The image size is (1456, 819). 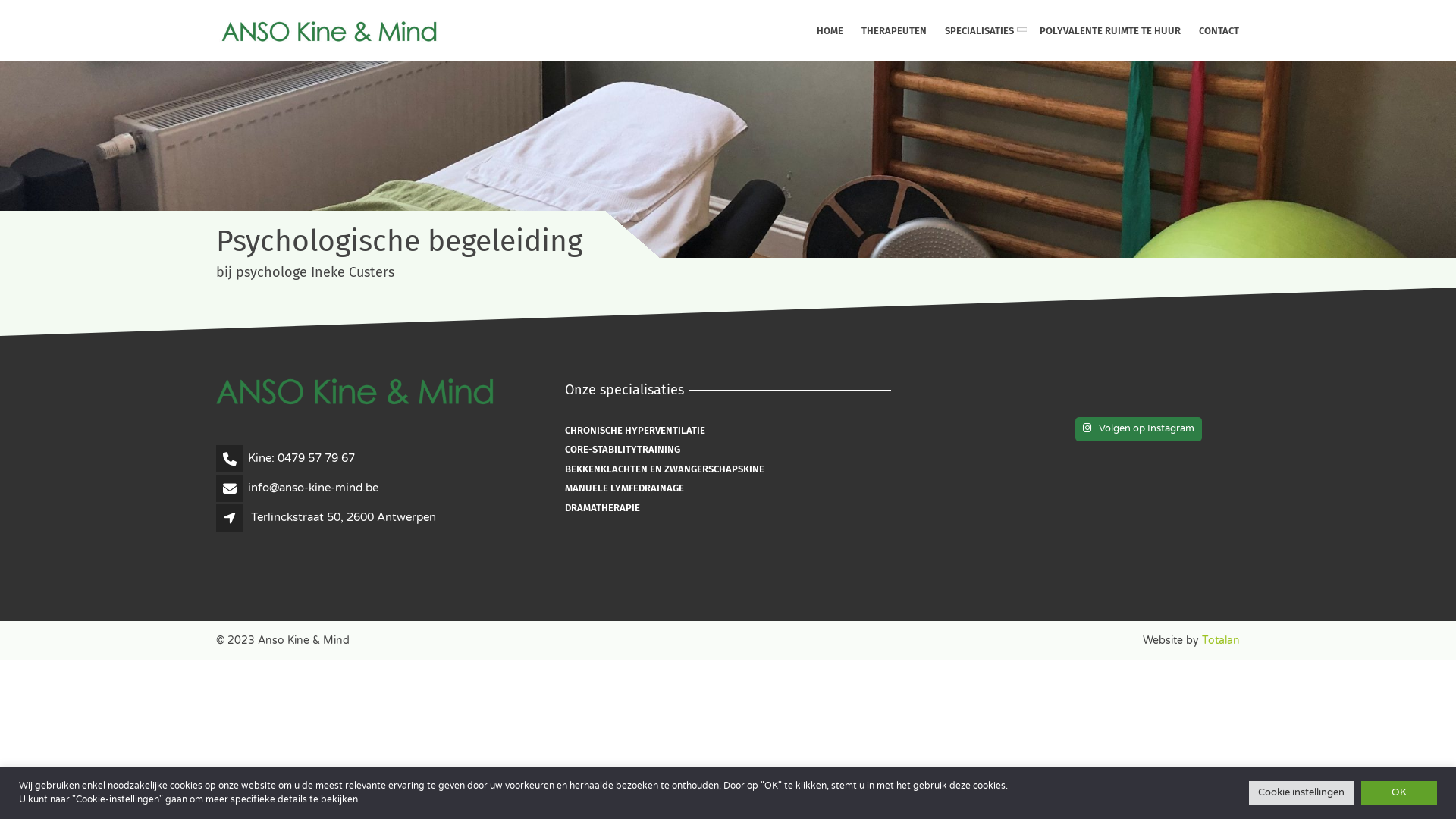 I want to click on 'DRAMATHERAPIE', so click(x=601, y=508).